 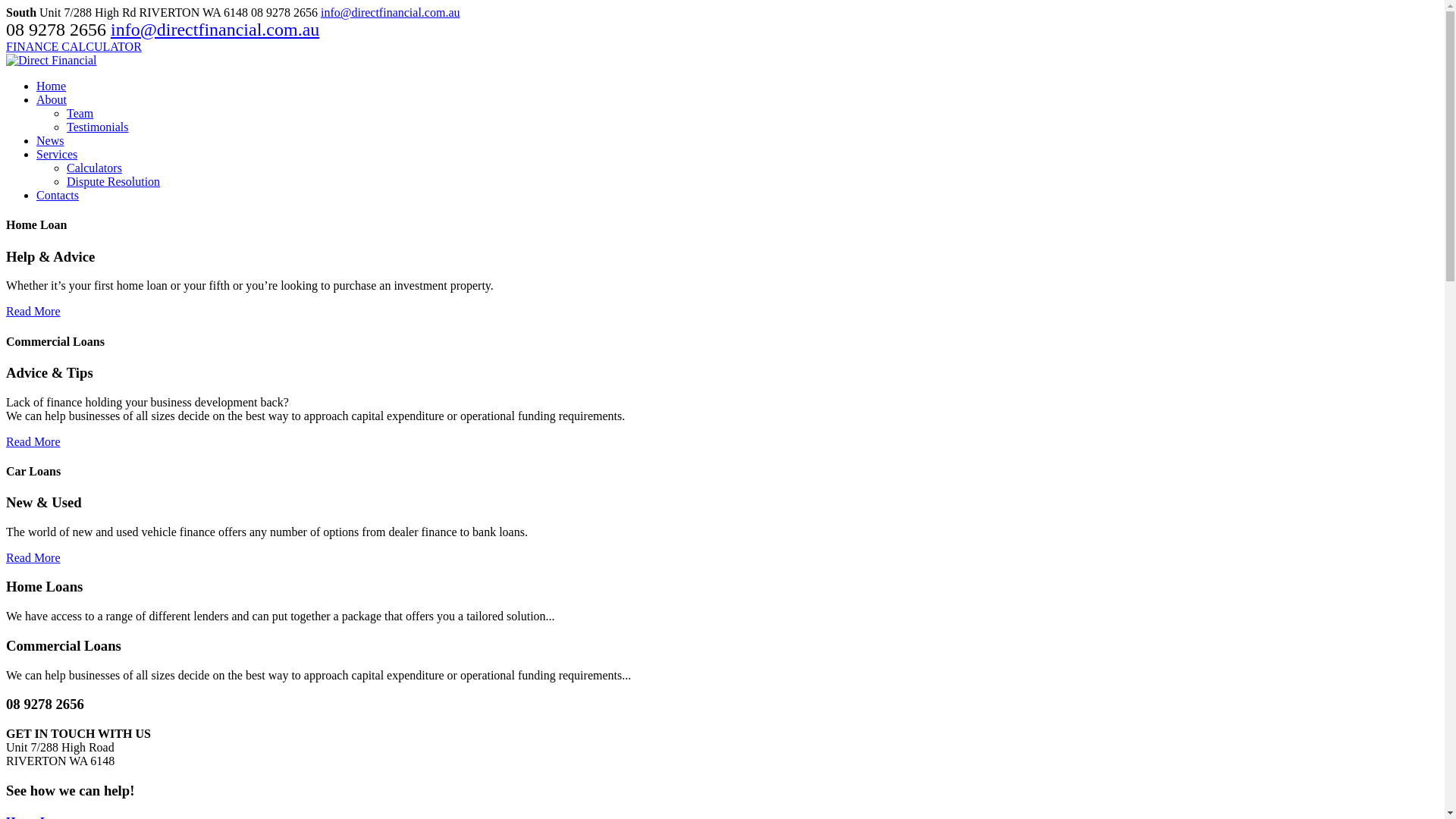 What do you see at coordinates (51, 86) in the screenshot?
I see `'Home'` at bounding box center [51, 86].